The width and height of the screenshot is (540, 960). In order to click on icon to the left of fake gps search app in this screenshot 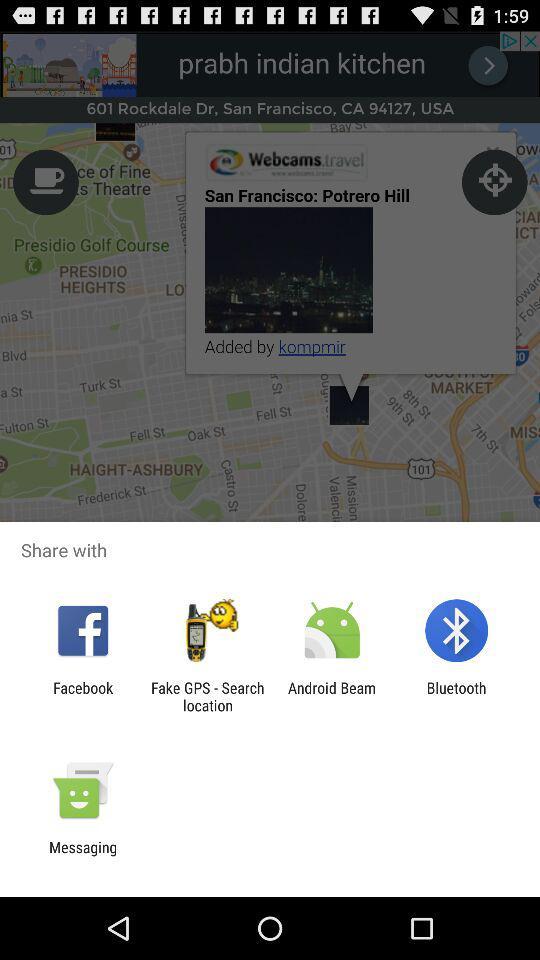, I will do `click(82, 696)`.